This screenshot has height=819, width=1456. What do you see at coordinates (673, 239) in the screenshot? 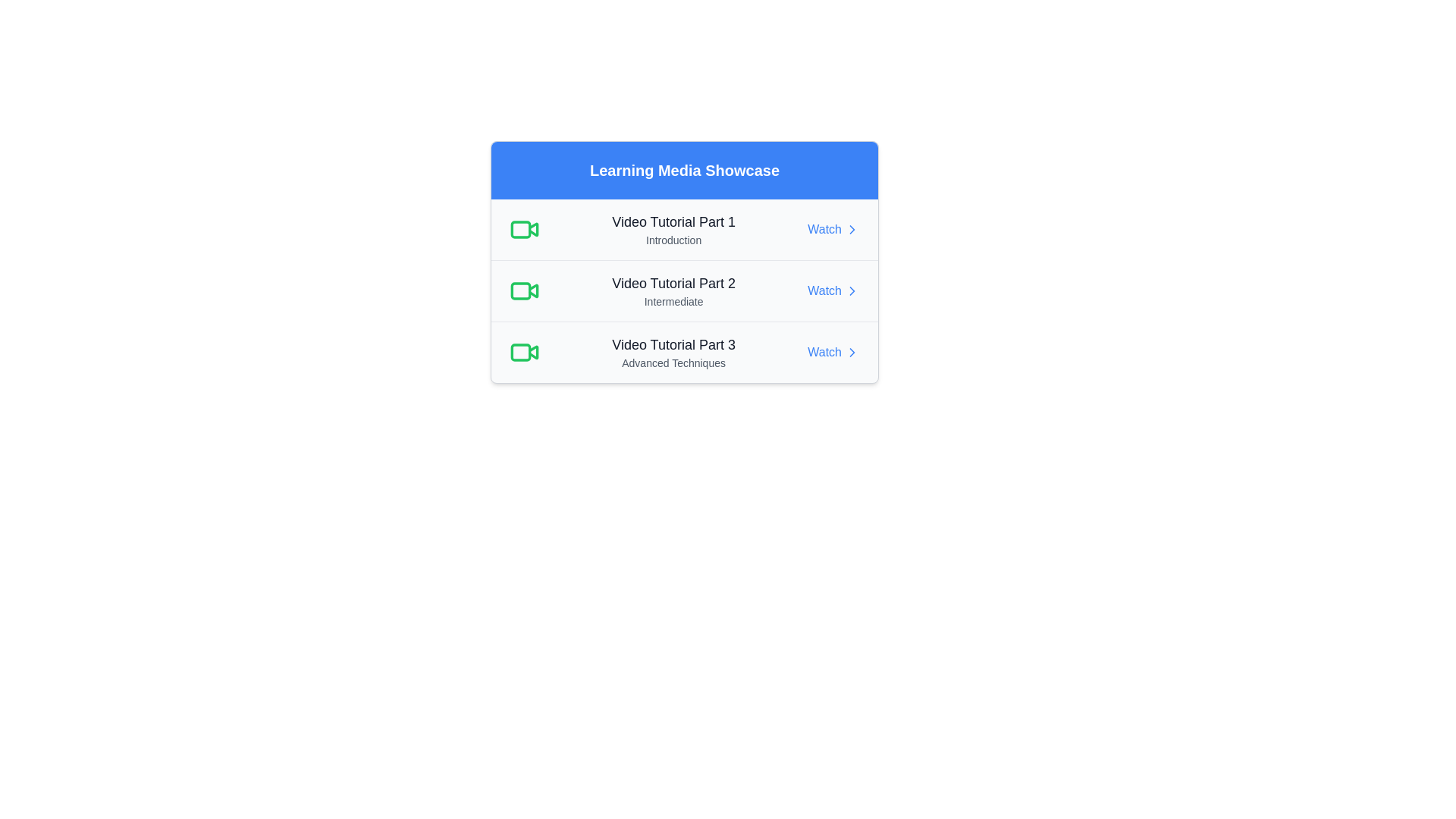
I see `the Text Label that serves as a subtitle for the 'Video Tutorial Part 1' section, which is positioned directly beneath the main title and centered horizontally within the top section of the layout` at bounding box center [673, 239].